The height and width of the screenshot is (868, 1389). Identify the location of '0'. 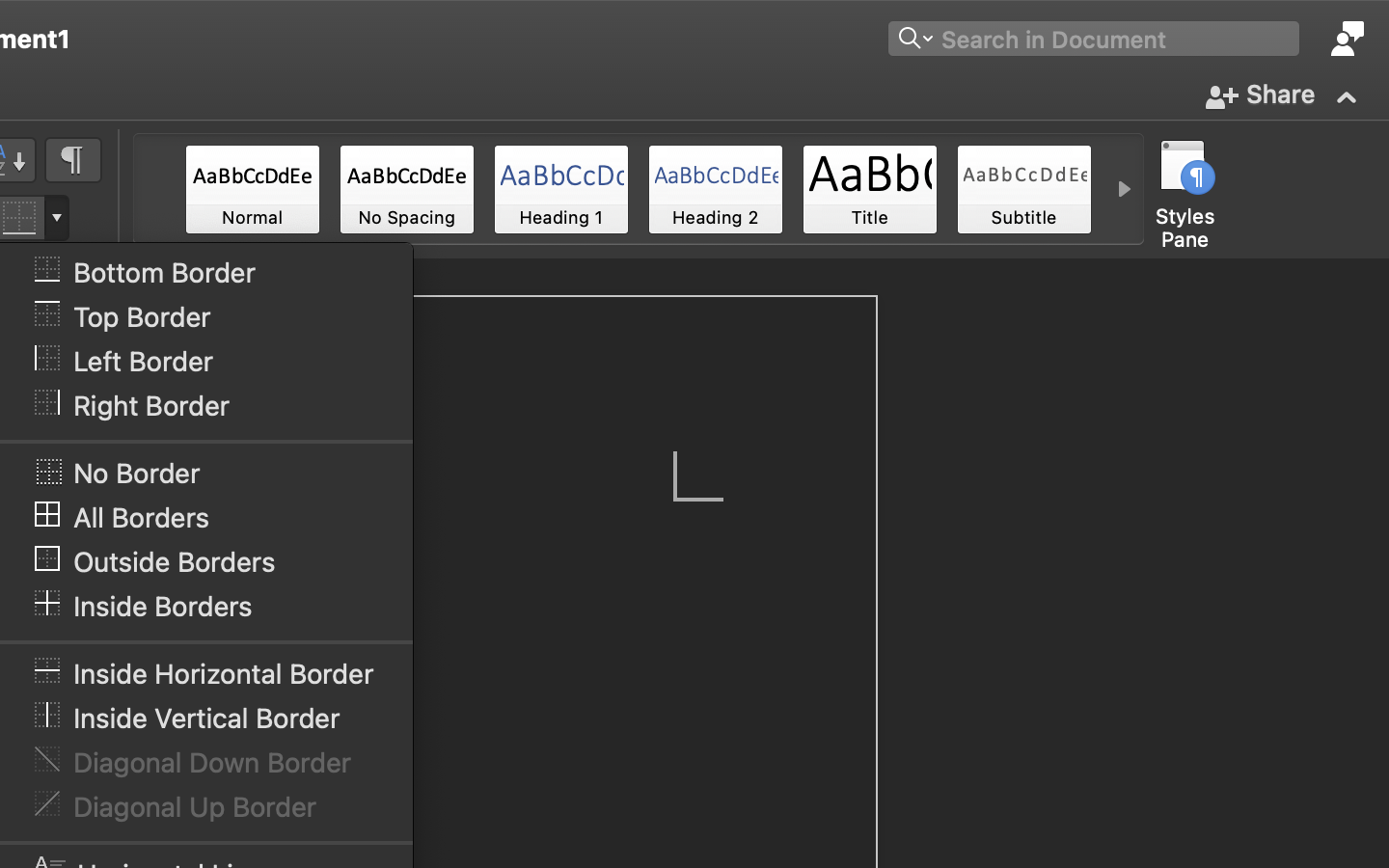
(251, 189).